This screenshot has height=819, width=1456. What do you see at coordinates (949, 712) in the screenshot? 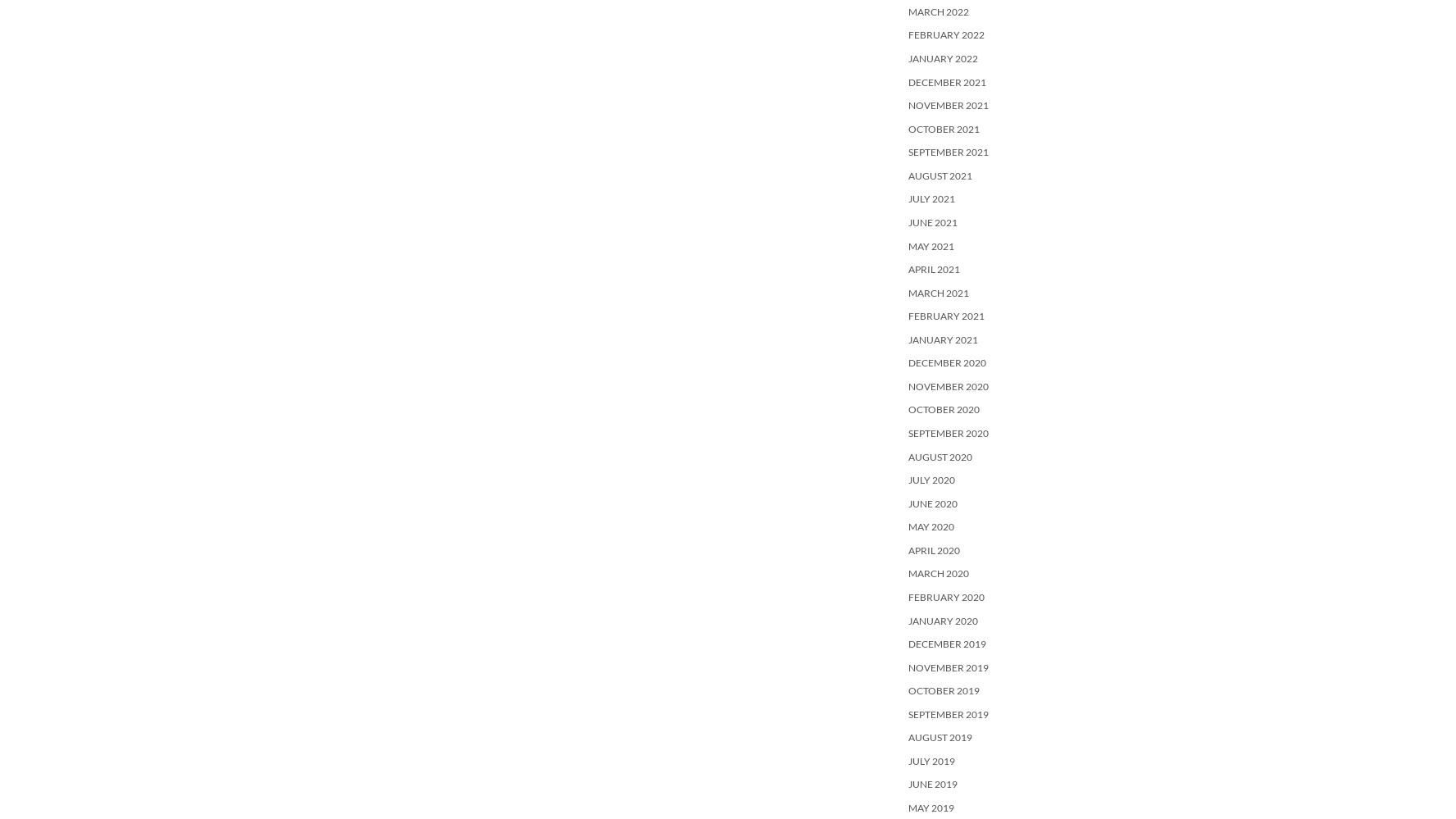
I see `'September 2019'` at bounding box center [949, 712].